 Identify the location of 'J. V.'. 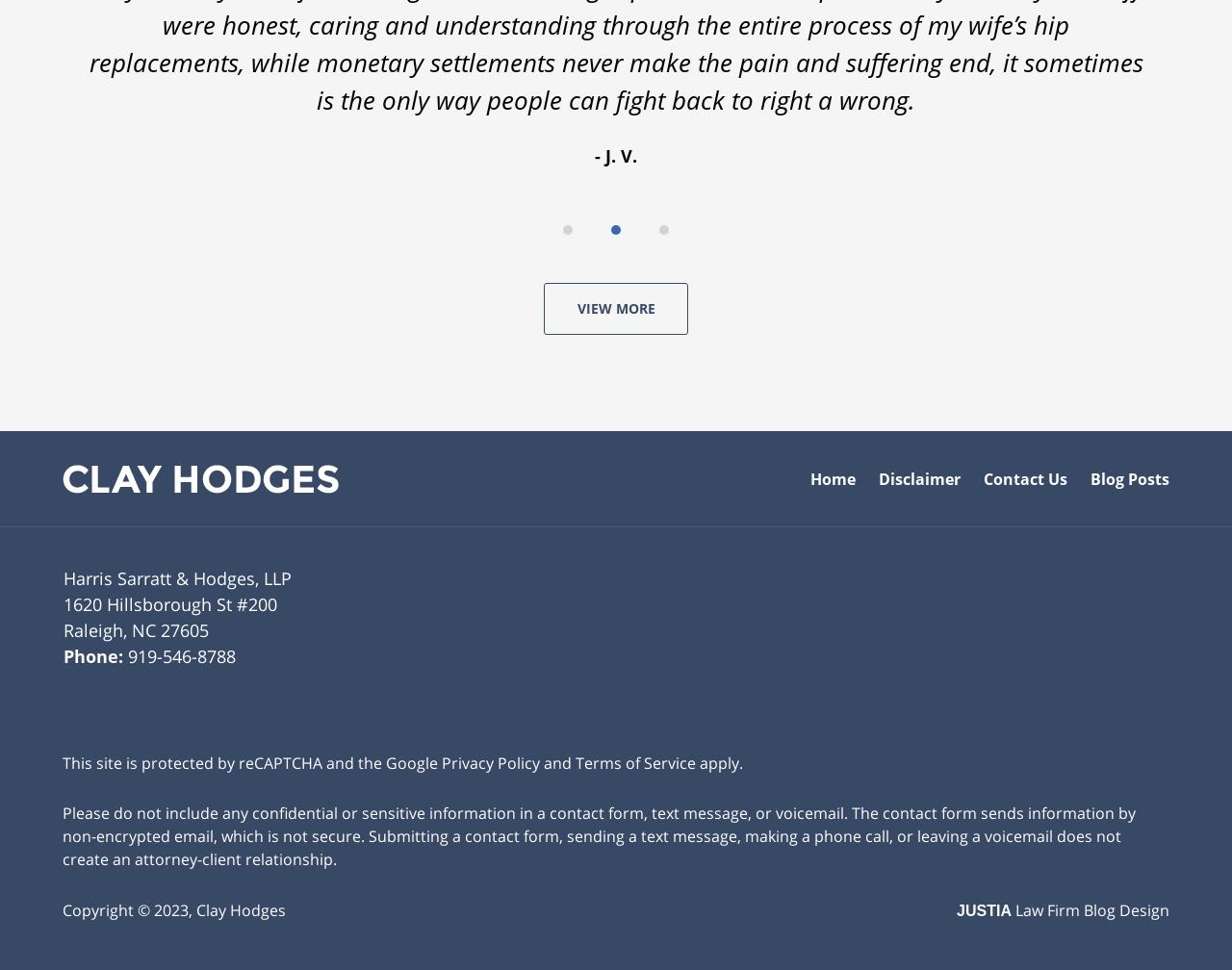
(621, 155).